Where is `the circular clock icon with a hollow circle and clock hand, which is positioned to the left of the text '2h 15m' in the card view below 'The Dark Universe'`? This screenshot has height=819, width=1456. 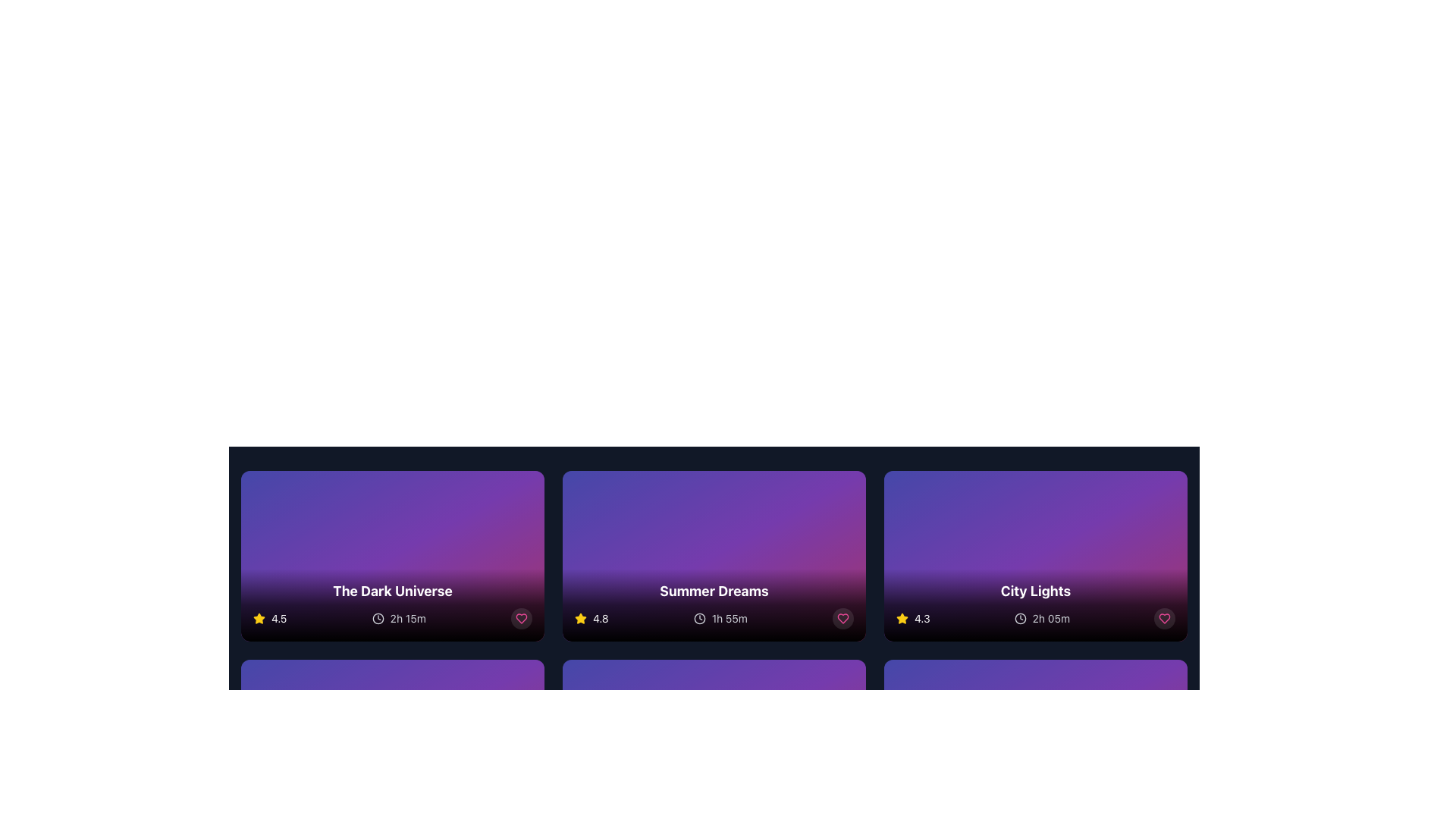 the circular clock icon with a hollow circle and clock hand, which is positioned to the left of the text '2h 15m' in the card view below 'The Dark Universe' is located at coordinates (378, 619).